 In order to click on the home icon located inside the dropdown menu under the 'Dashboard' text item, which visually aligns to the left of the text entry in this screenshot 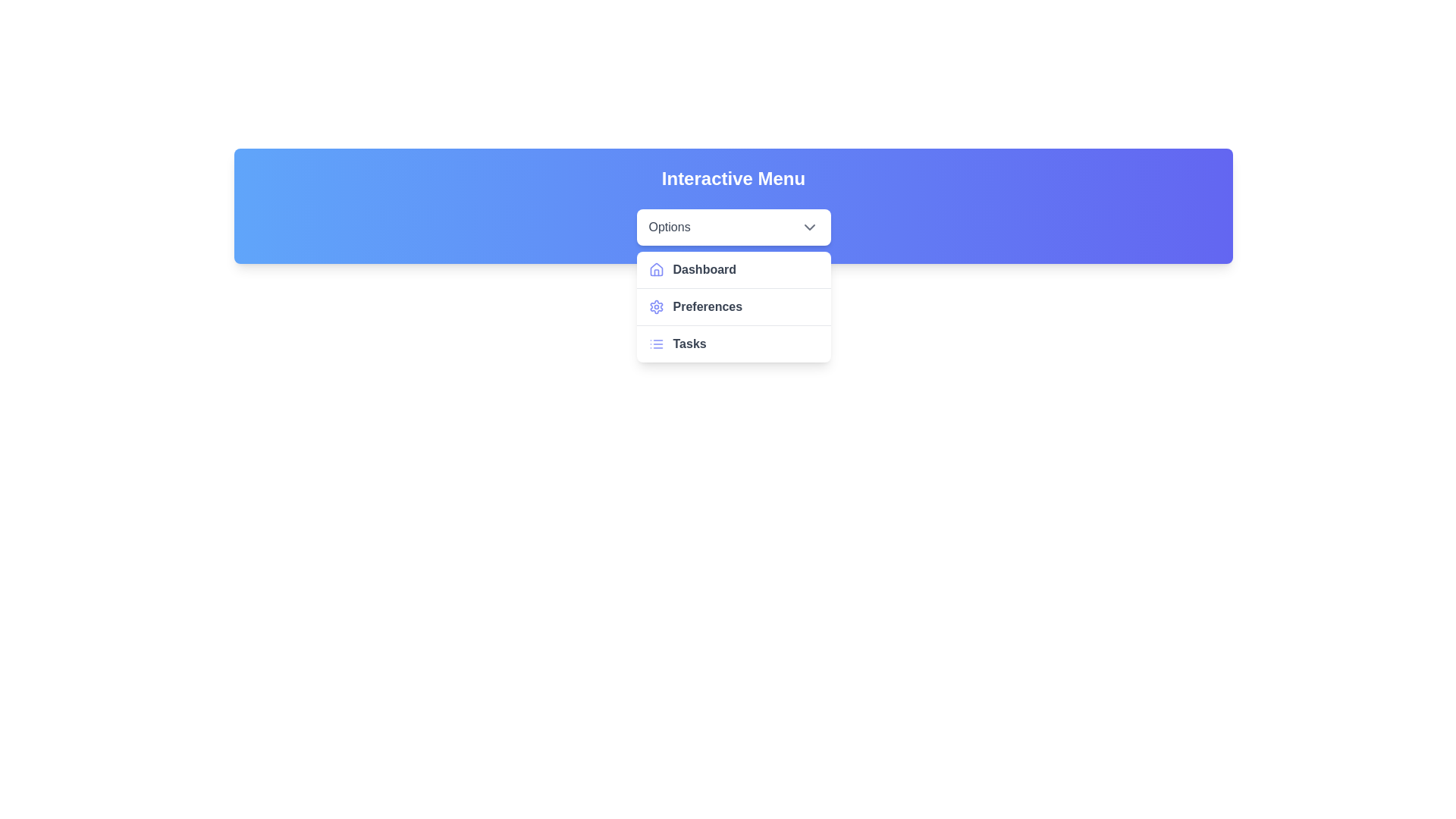, I will do `click(656, 268)`.